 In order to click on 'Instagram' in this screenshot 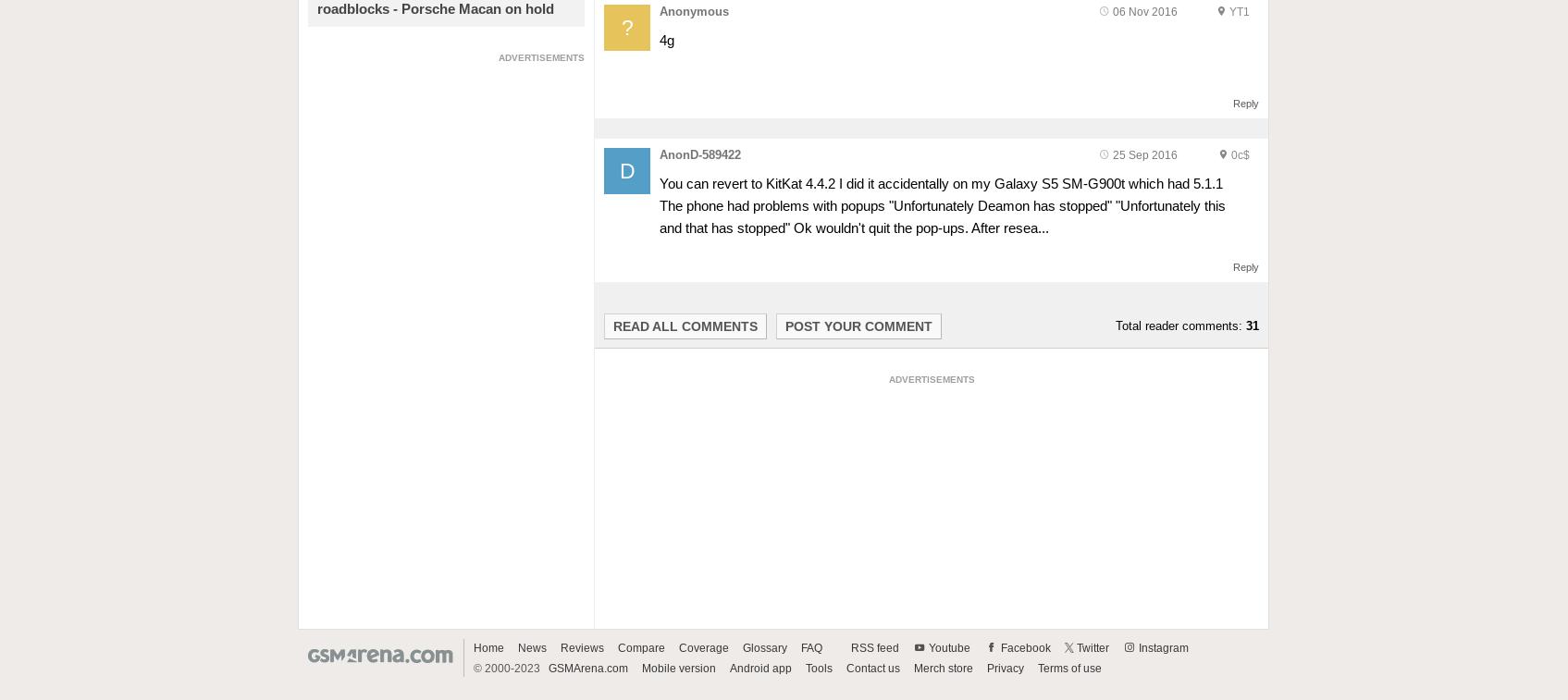, I will do `click(1163, 646)`.